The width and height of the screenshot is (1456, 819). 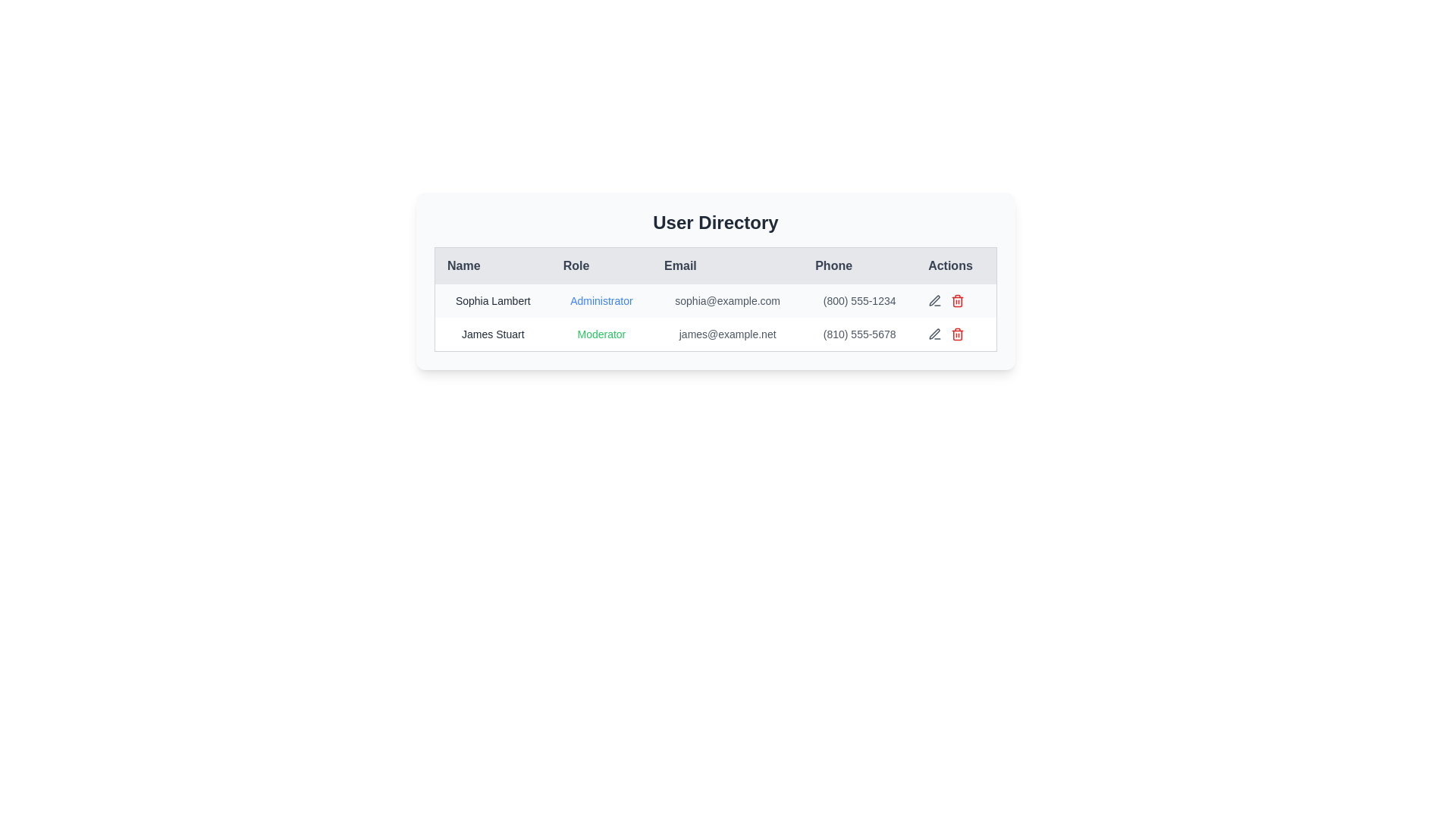 I want to click on the email address of the first user entry in the user directory table, so click(x=715, y=301).